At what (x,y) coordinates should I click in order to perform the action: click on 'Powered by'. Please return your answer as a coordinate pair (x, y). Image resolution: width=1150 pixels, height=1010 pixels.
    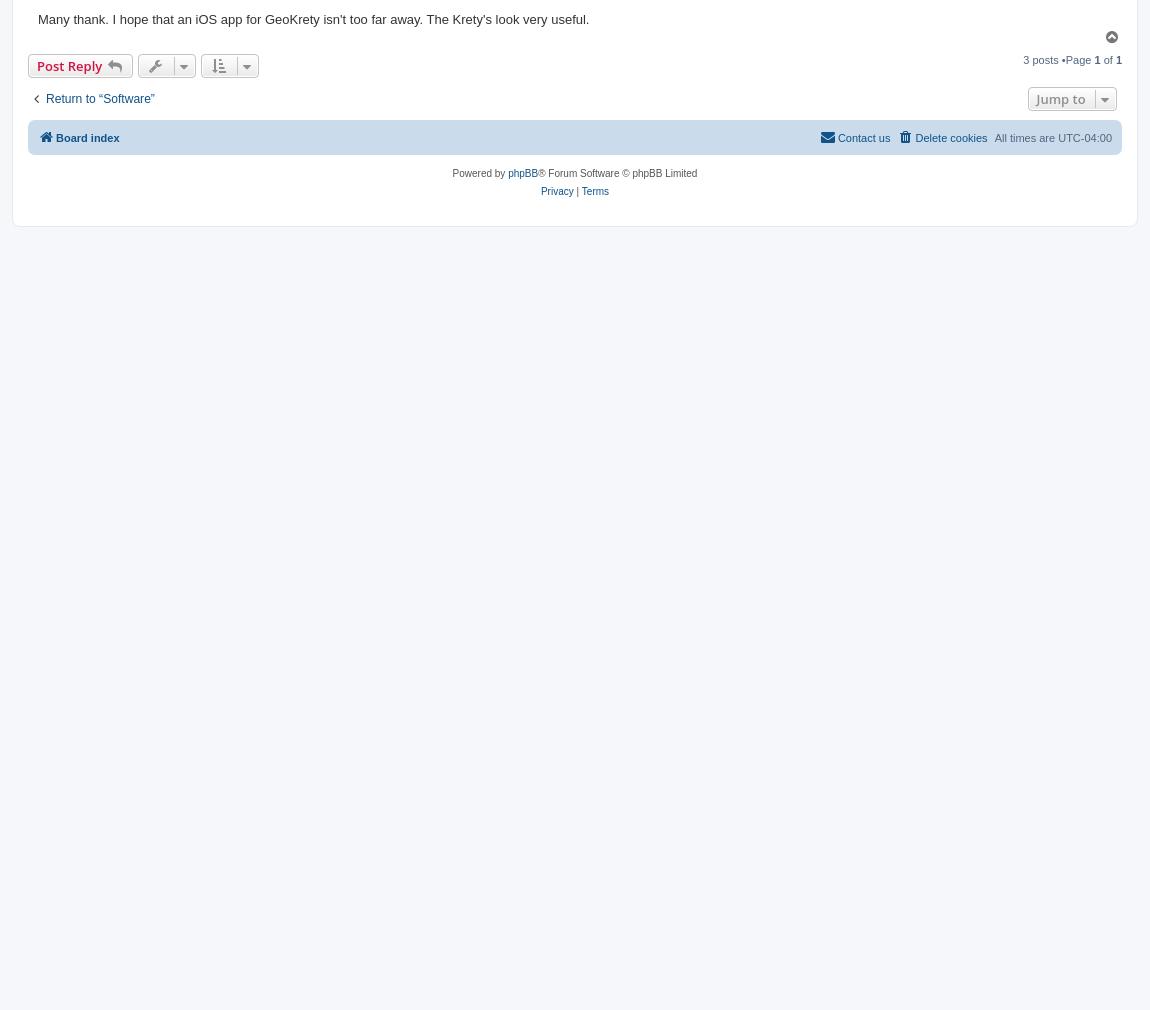
    Looking at the image, I should click on (480, 172).